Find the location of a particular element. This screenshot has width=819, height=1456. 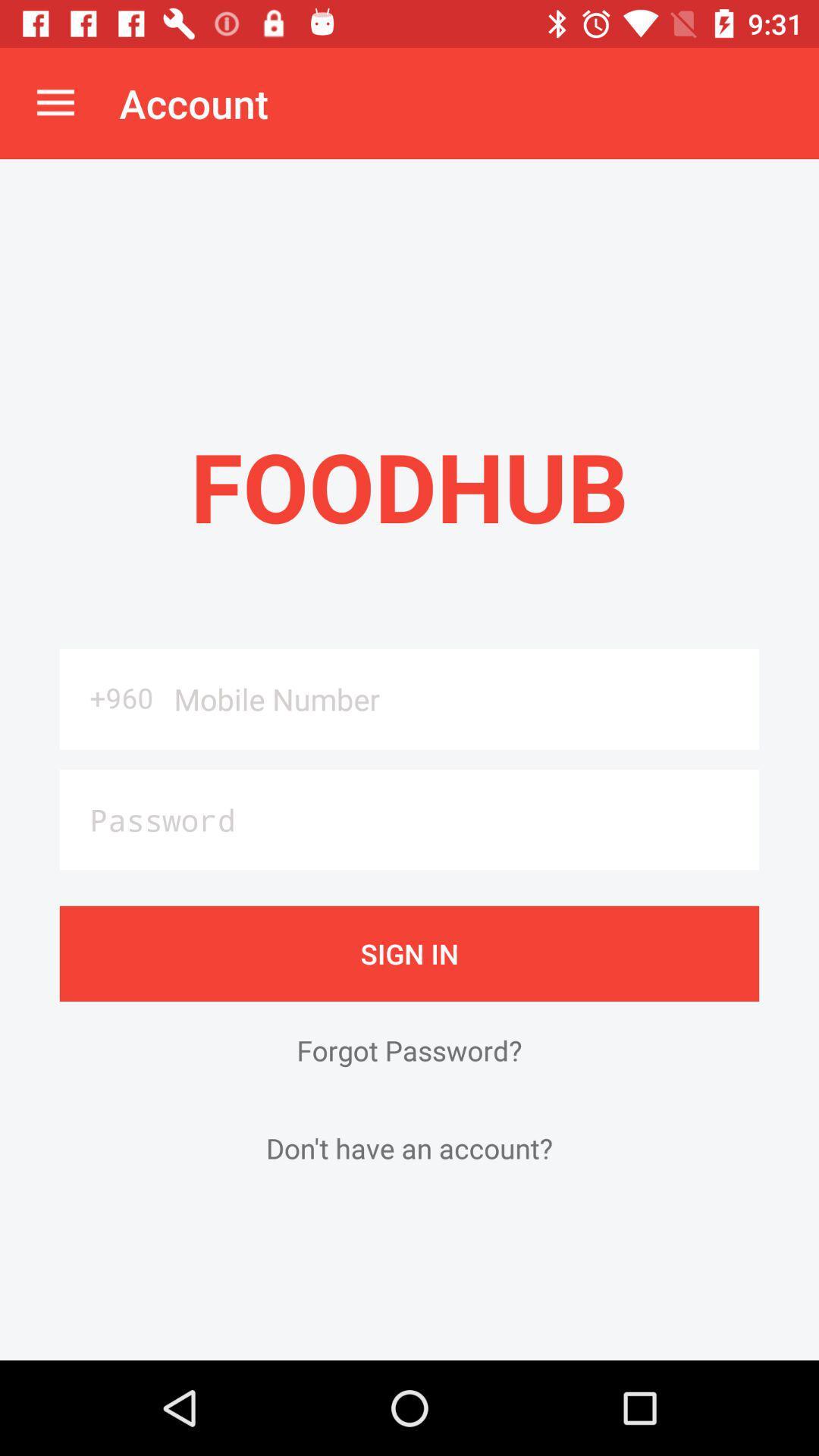

forgot password? is located at coordinates (409, 1050).